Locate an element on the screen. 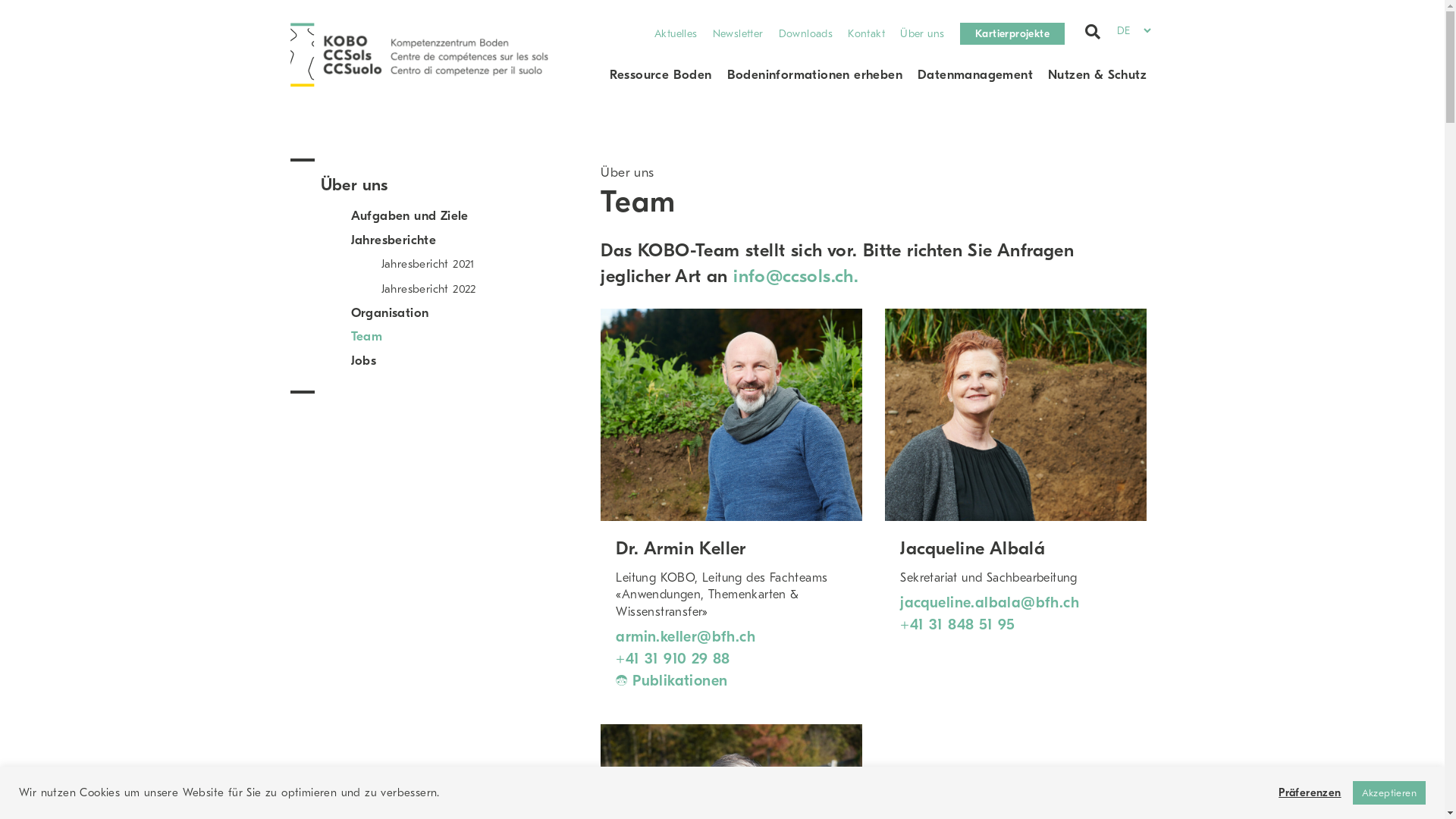 Image resolution: width=1456 pixels, height=819 pixels. 'Nutzen & Schutz' is located at coordinates (1097, 75).